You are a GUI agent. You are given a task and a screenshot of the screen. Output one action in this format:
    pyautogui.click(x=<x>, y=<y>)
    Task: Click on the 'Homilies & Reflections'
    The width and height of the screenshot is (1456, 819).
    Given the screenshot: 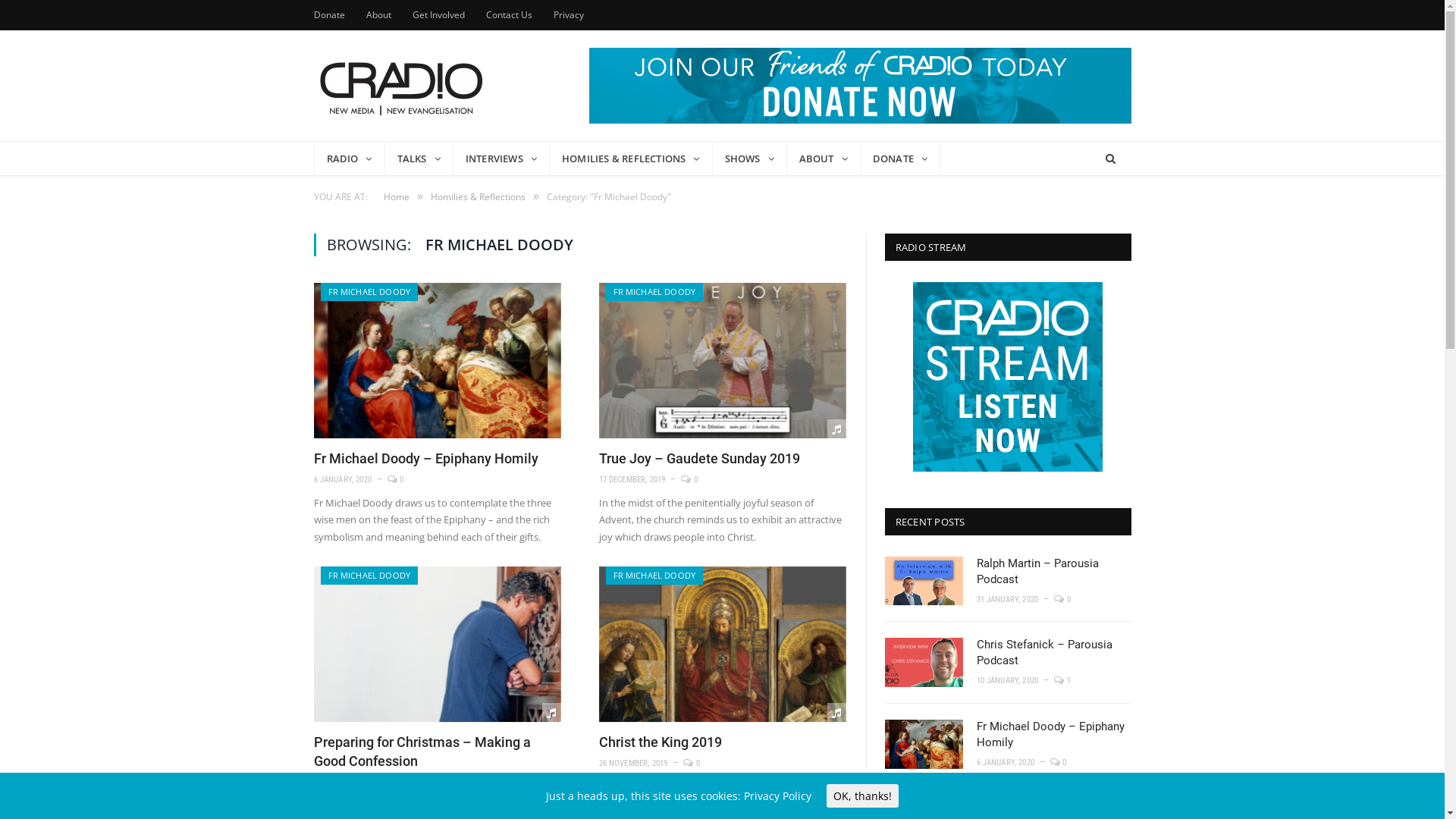 What is the action you would take?
    pyautogui.click(x=477, y=196)
    